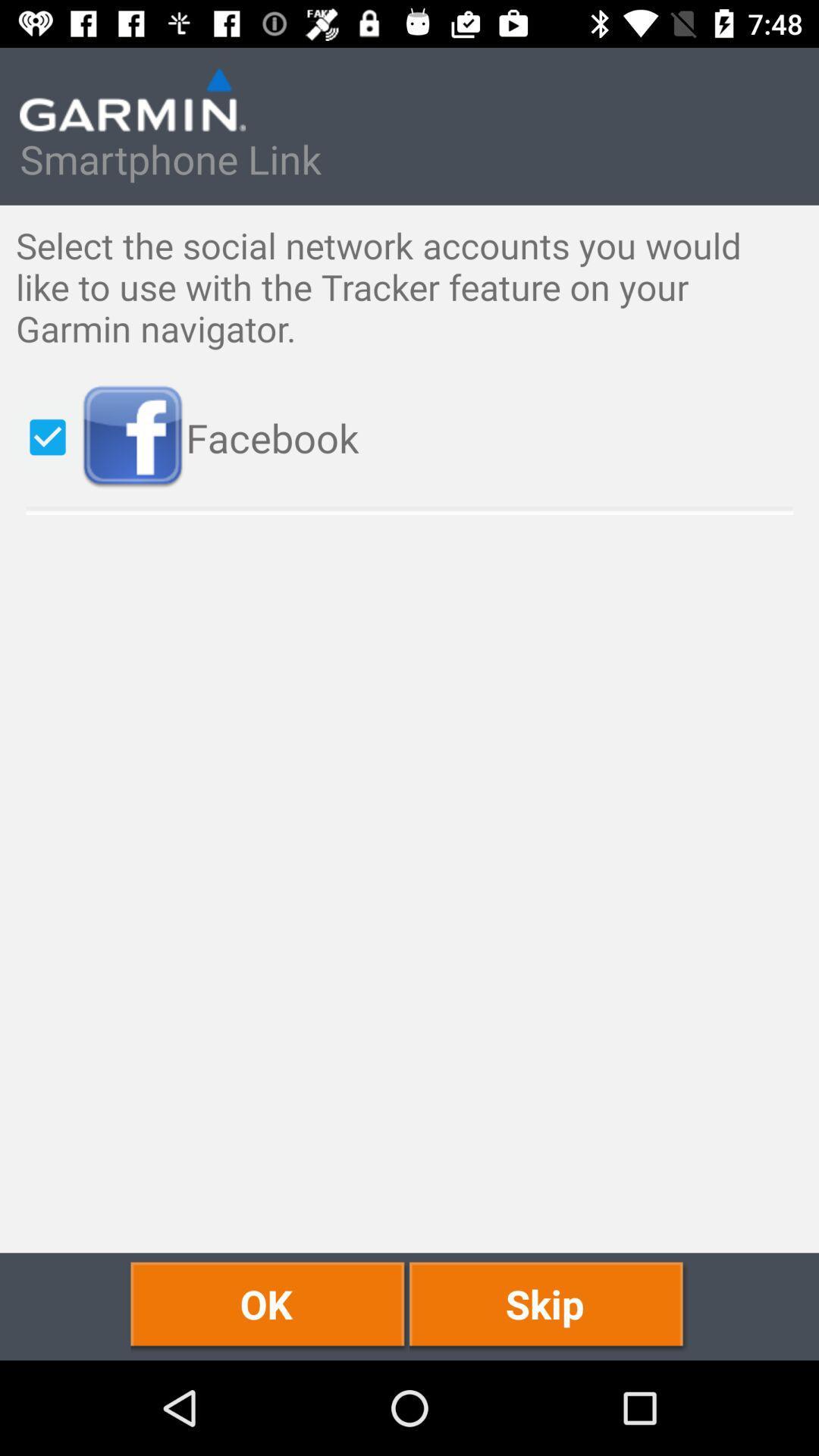 This screenshot has width=819, height=1456. Describe the element at coordinates (269, 1306) in the screenshot. I see `the item to the left of skip` at that location.